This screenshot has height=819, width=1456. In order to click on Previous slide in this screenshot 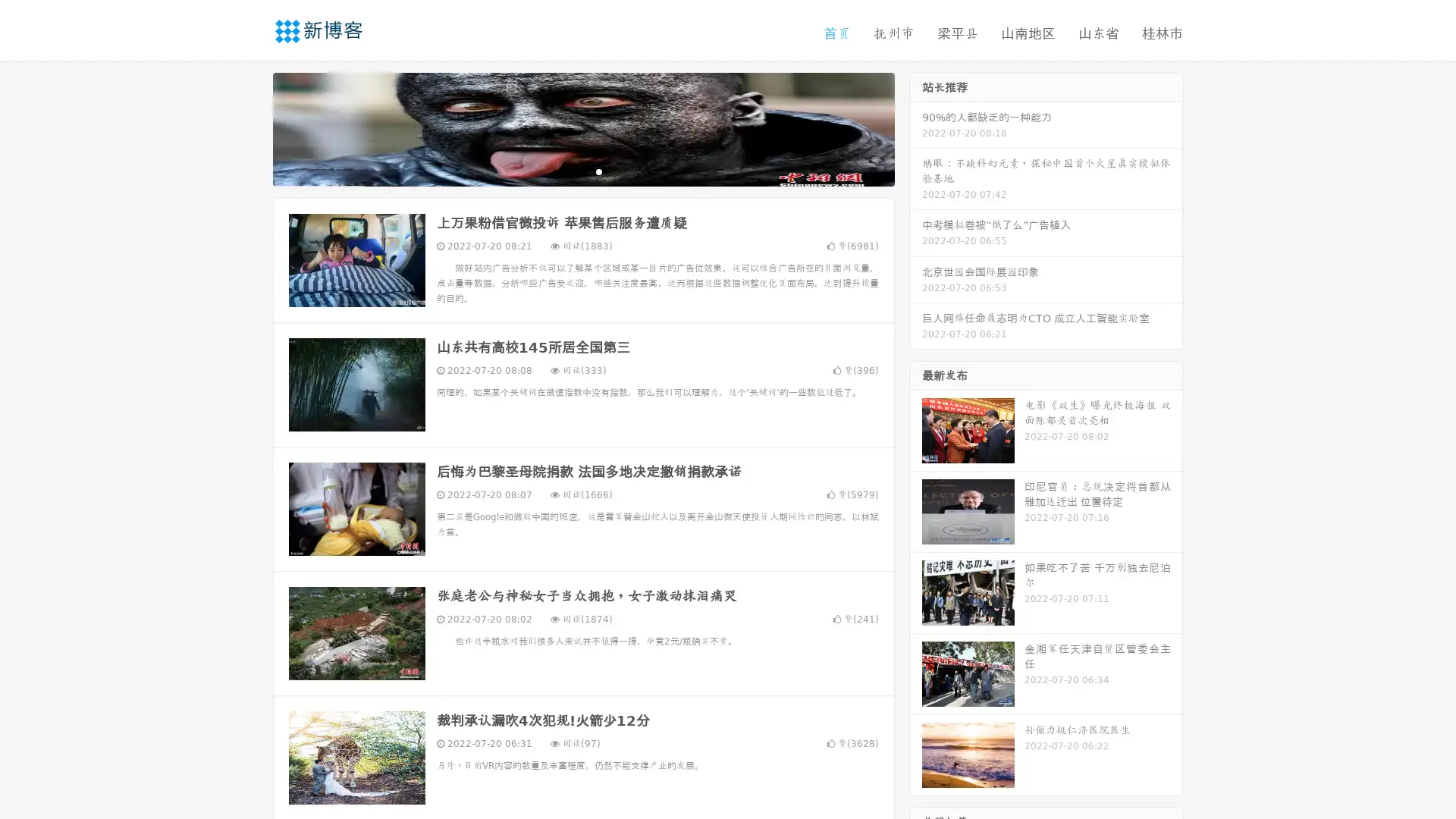, I will do `click(250, 127)`.